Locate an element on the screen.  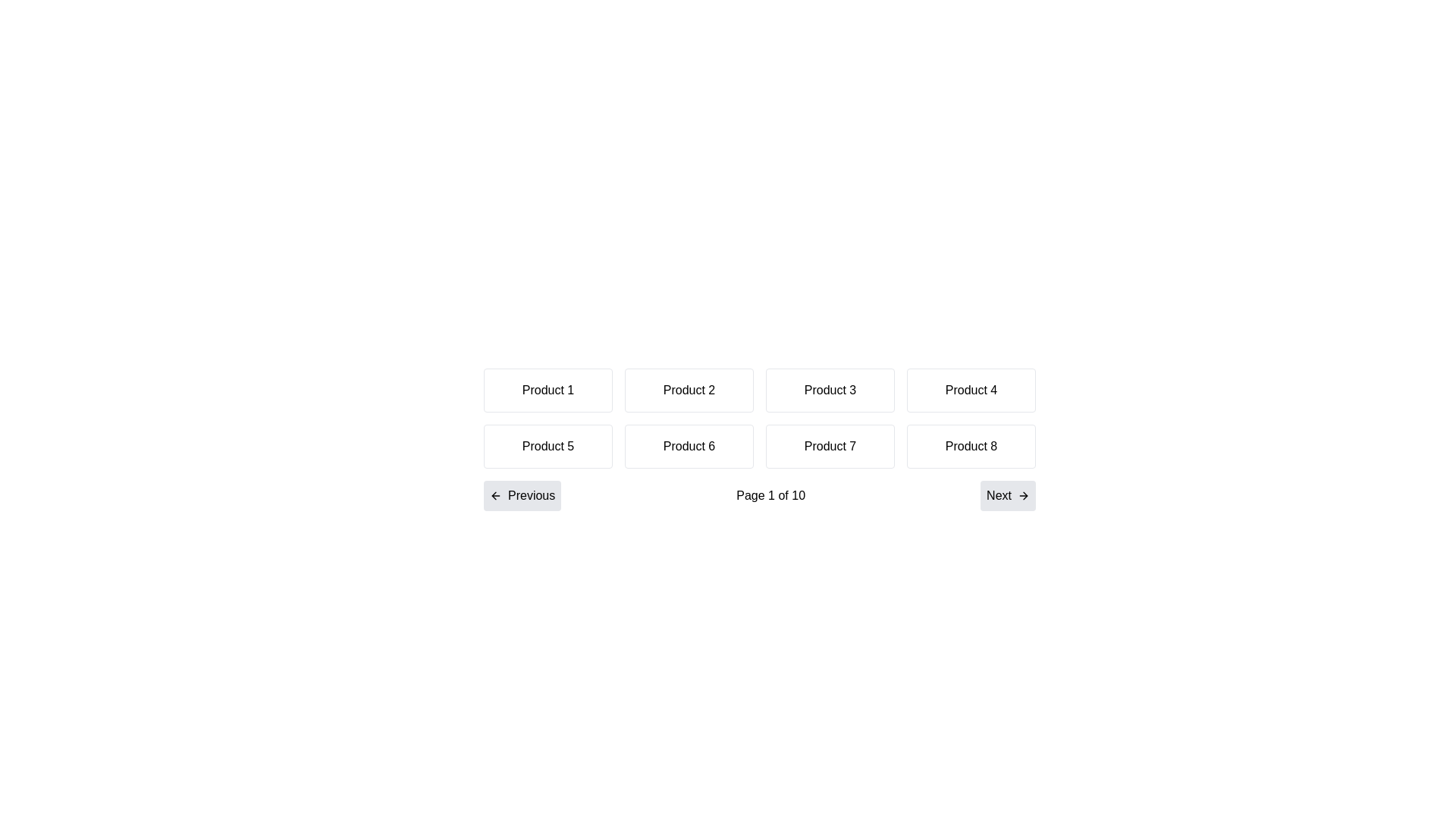
the navigation button located in the bottom-right corner of the content area is located at coordinates (1008, 496).